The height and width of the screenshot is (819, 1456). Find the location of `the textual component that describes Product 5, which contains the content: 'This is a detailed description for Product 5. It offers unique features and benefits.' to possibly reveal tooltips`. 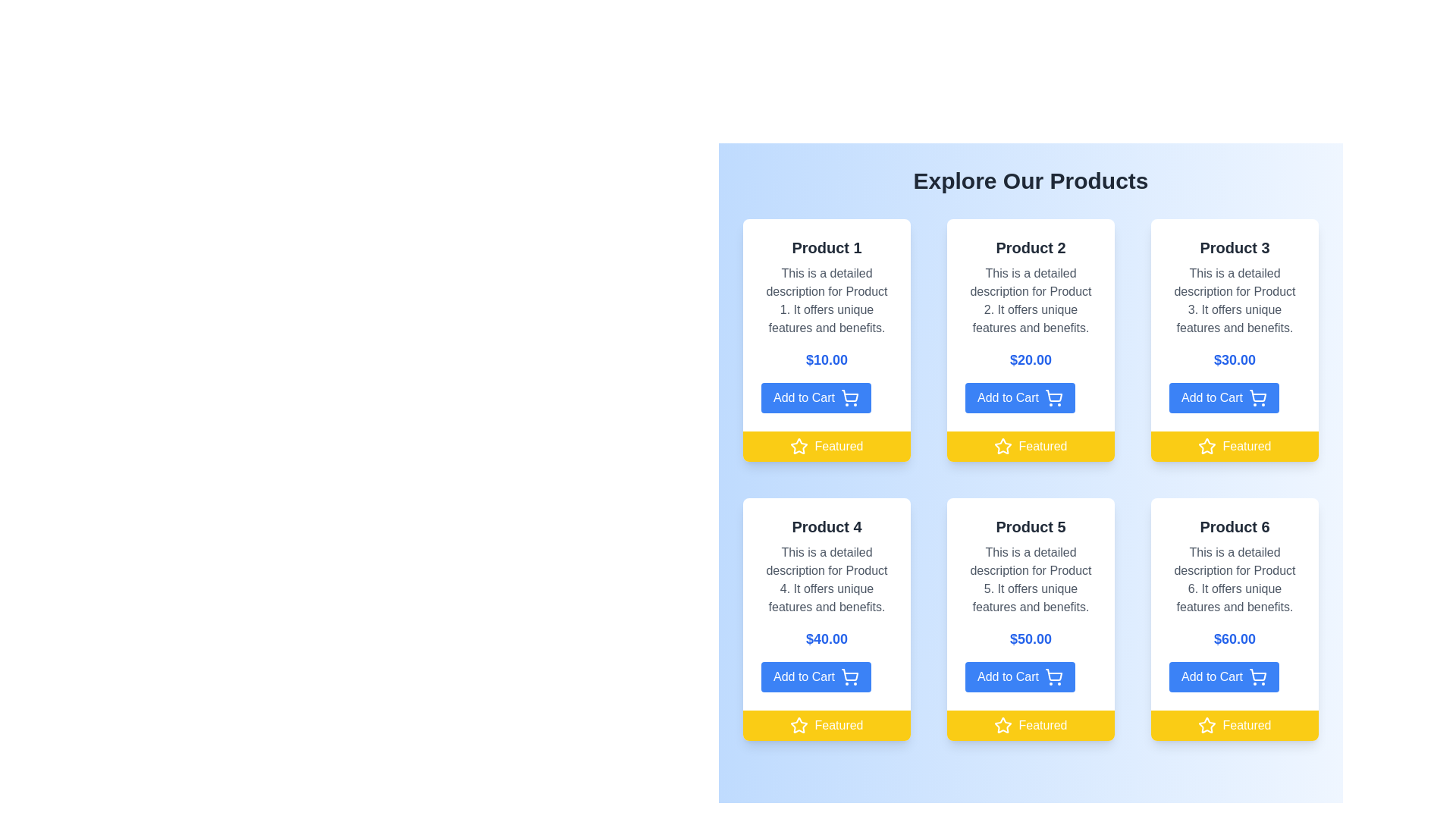

the textual component that describes Product 5, which contains the content: 'This is a detailed description for Product 5. It offers unique features and benefits.' to possibly reveal tooltips is located at coordinates (1031, 579).